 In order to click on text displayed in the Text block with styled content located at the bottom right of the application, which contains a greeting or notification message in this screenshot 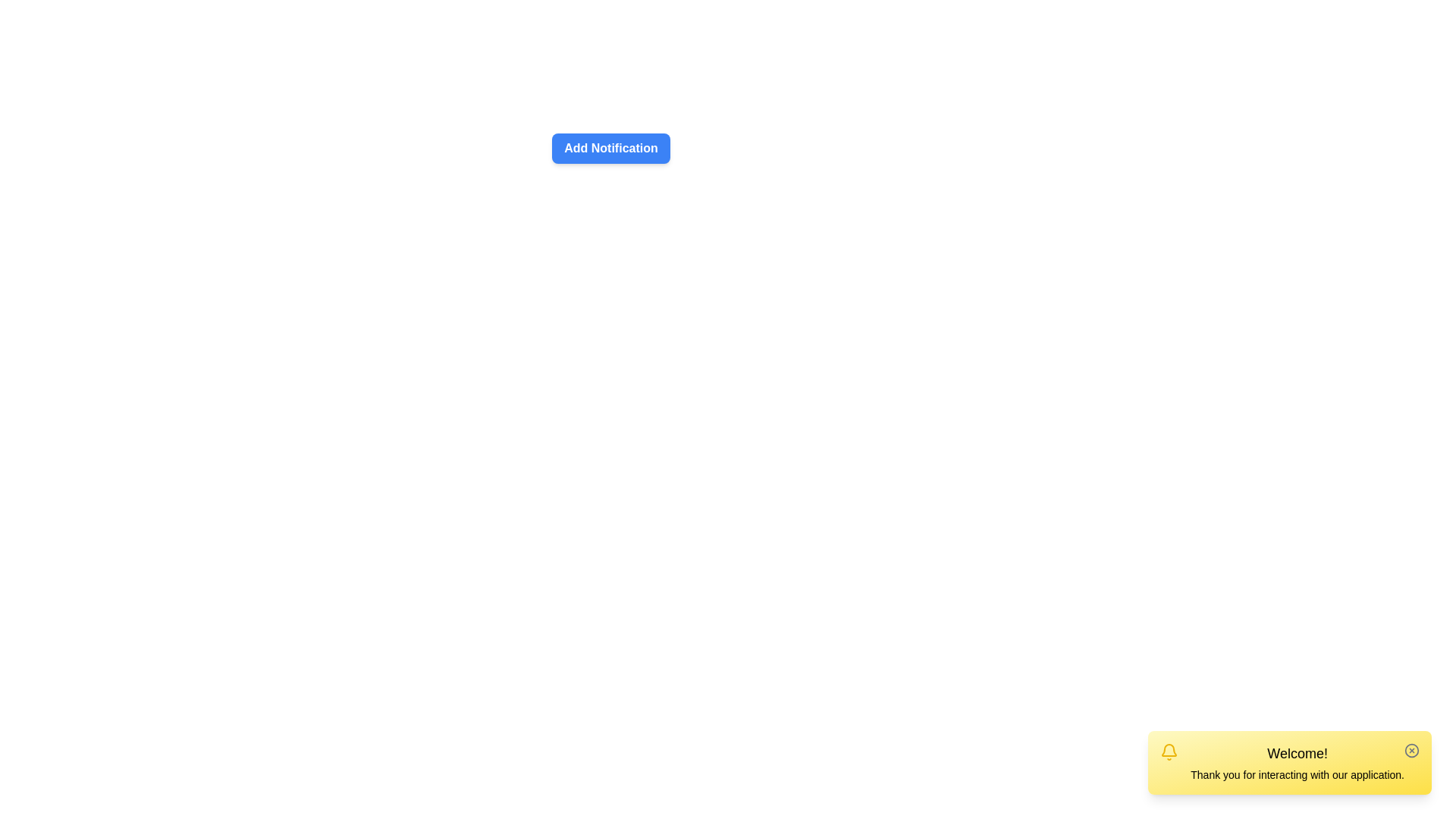, I will do `click(1297, 763)`.